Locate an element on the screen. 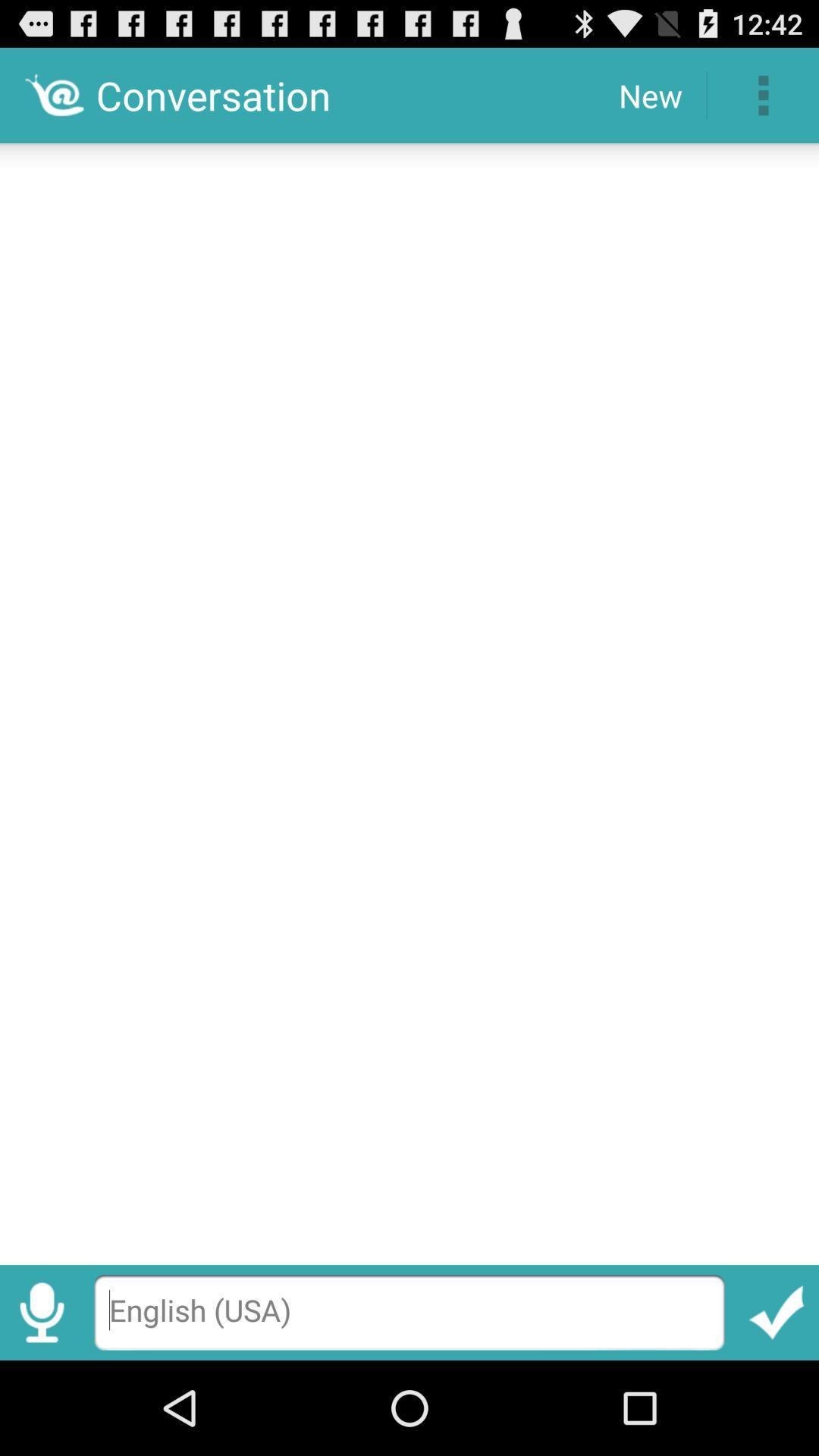 The width and height of the screenshot is (819, 1456). the new icon is located at coordinates (649, 94).